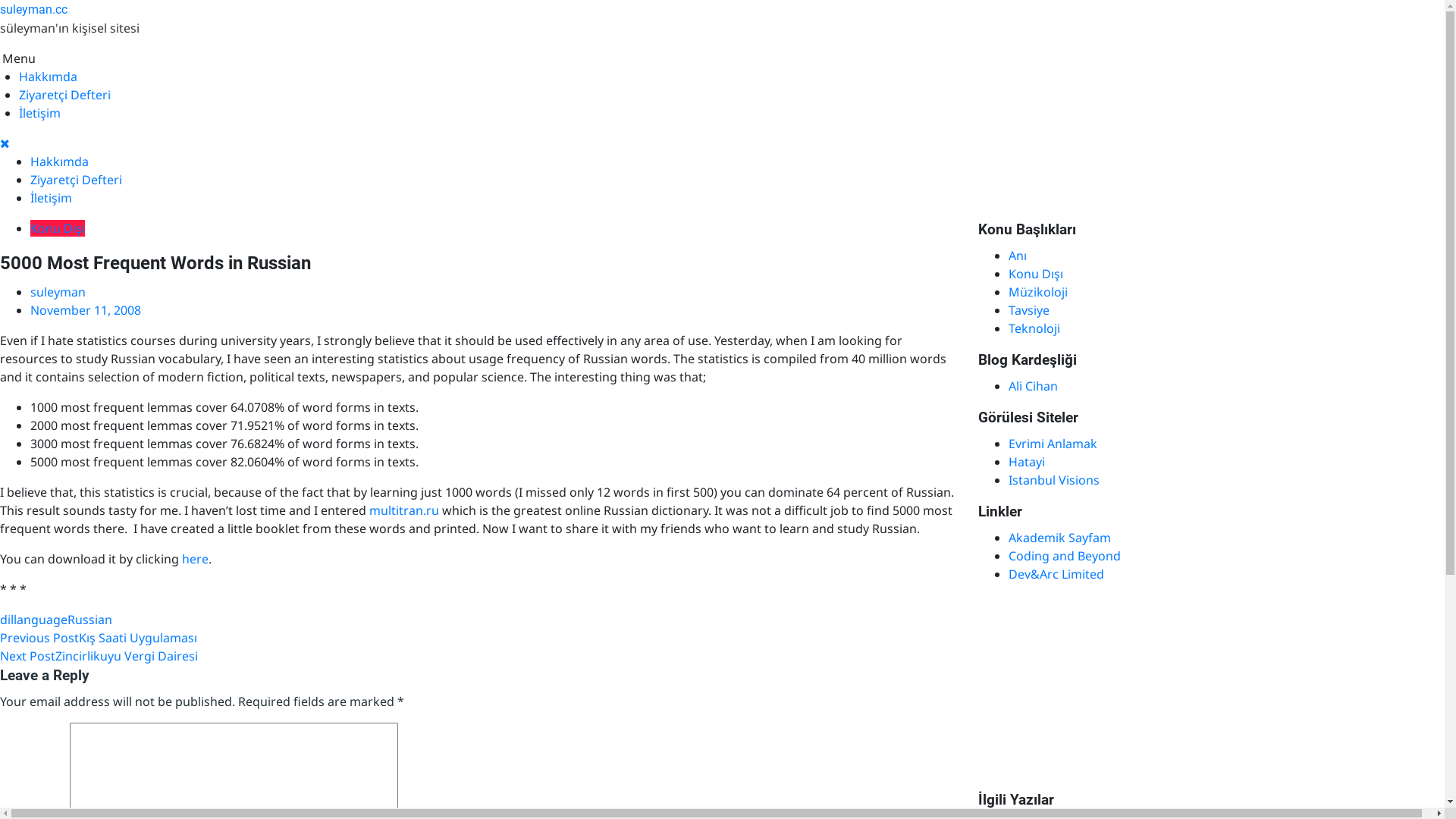  What do you see at coordinates (1053, 479) in the screenshot?
I see `'Istanbul Visions'` at bounding box center [1053, 479].